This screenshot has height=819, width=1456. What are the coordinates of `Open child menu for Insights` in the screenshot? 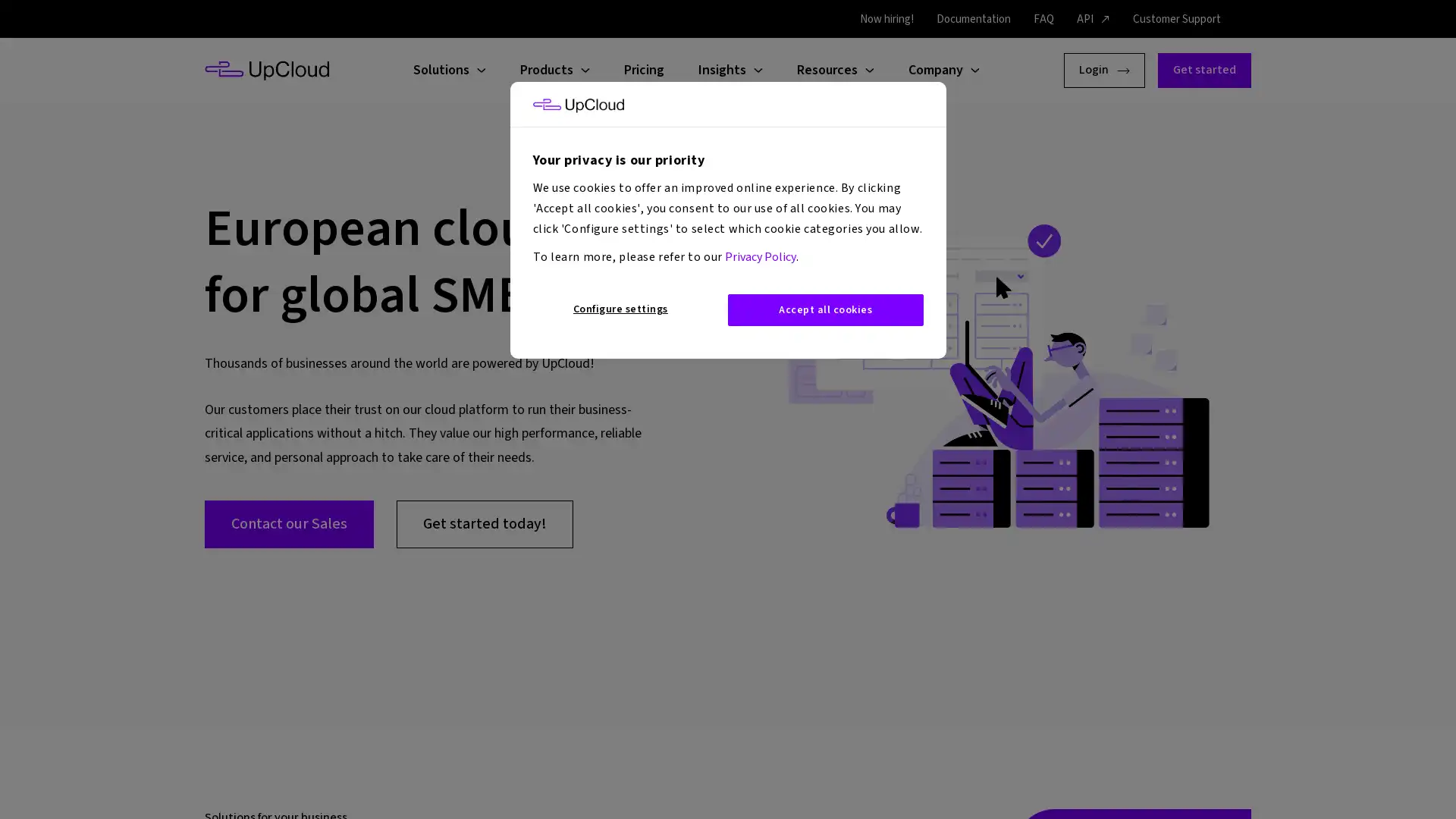 It's located at (758, 70).